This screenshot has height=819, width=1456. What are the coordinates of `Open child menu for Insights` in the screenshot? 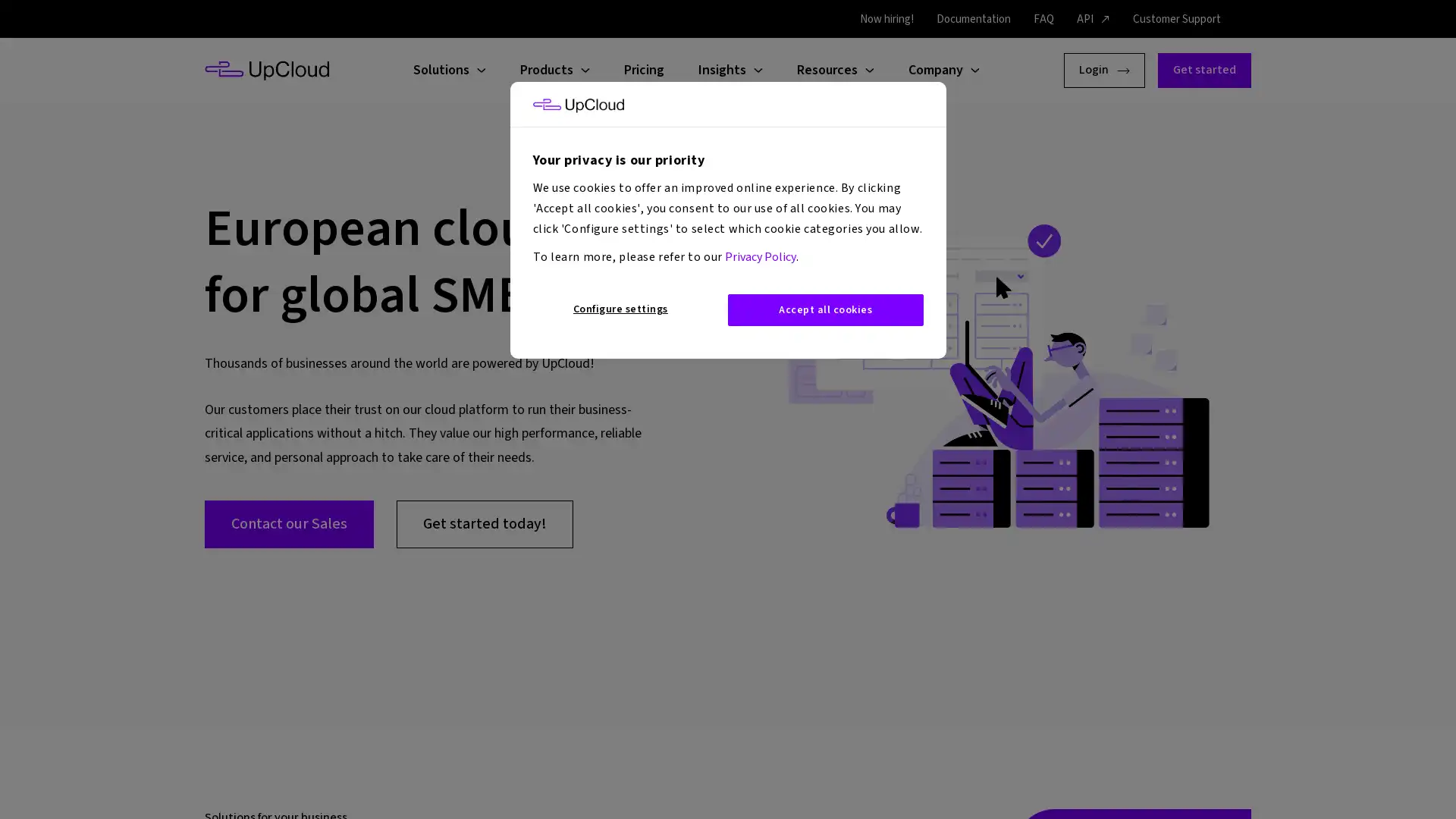 It's located at (758, 70).